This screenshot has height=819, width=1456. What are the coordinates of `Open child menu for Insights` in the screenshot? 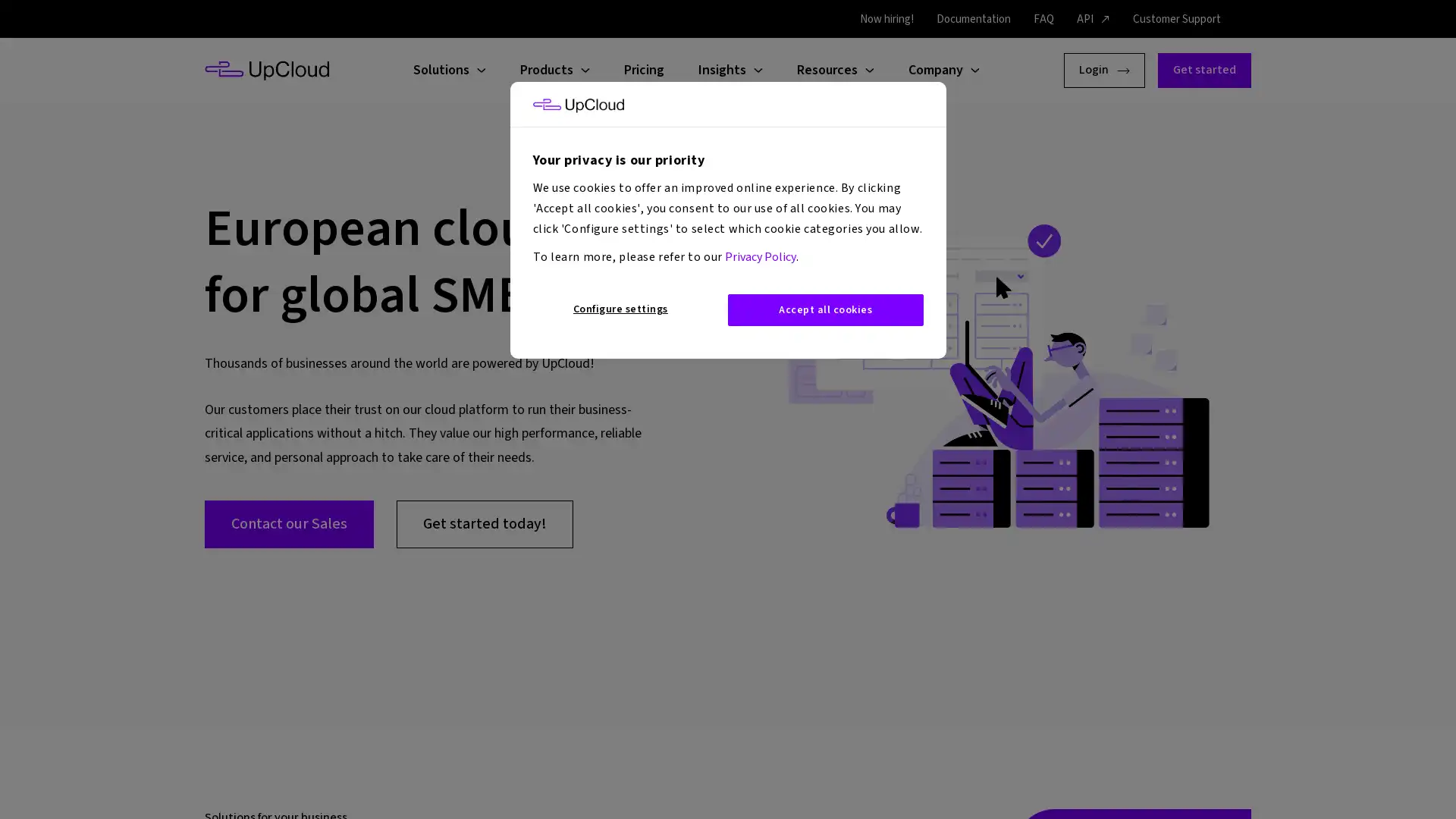 It's located at (758, 70).